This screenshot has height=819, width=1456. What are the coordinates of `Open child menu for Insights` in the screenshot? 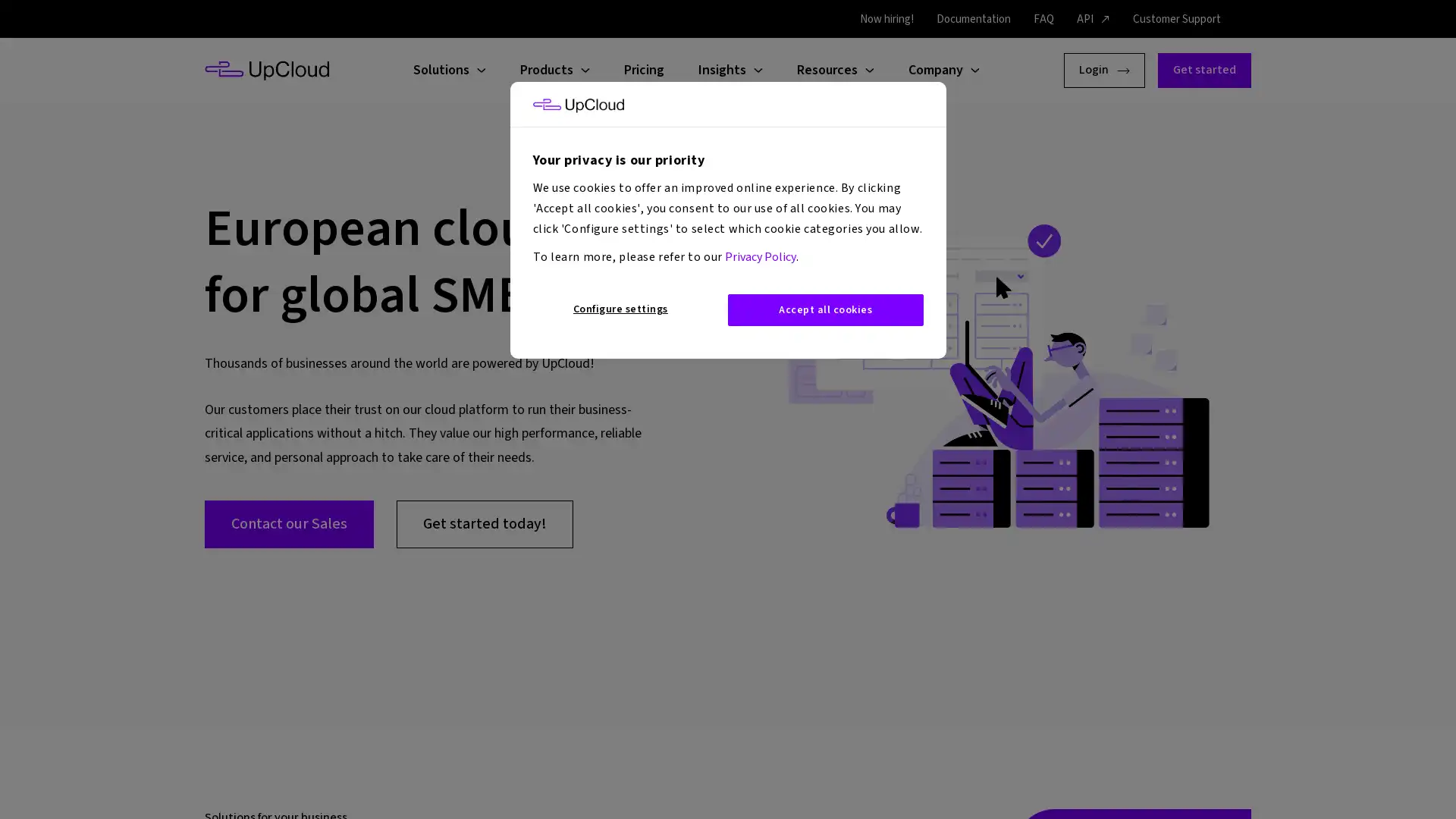 It's located at (758, 70).